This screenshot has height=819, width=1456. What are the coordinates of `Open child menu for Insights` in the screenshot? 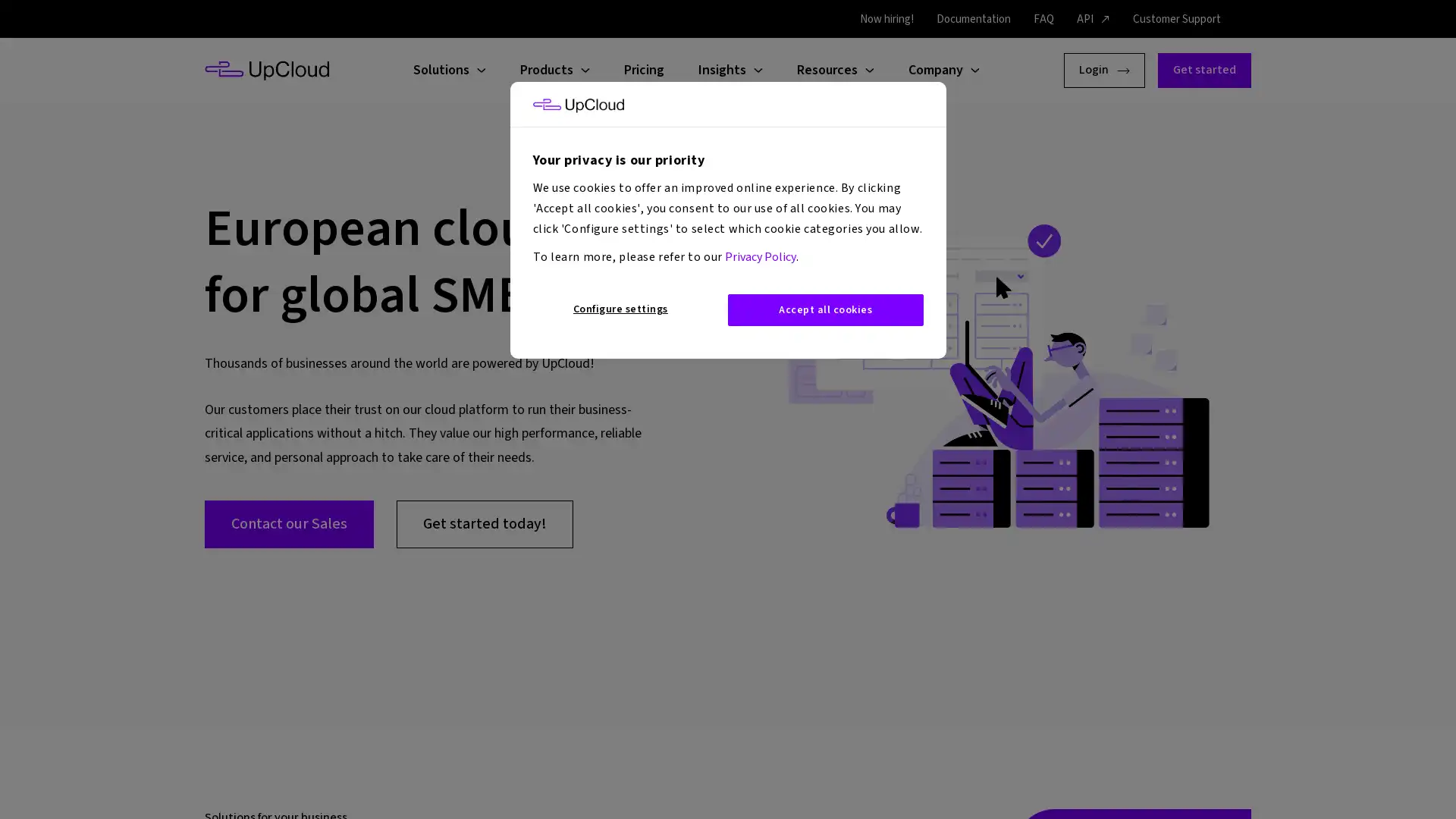 It's located at (758, 70).